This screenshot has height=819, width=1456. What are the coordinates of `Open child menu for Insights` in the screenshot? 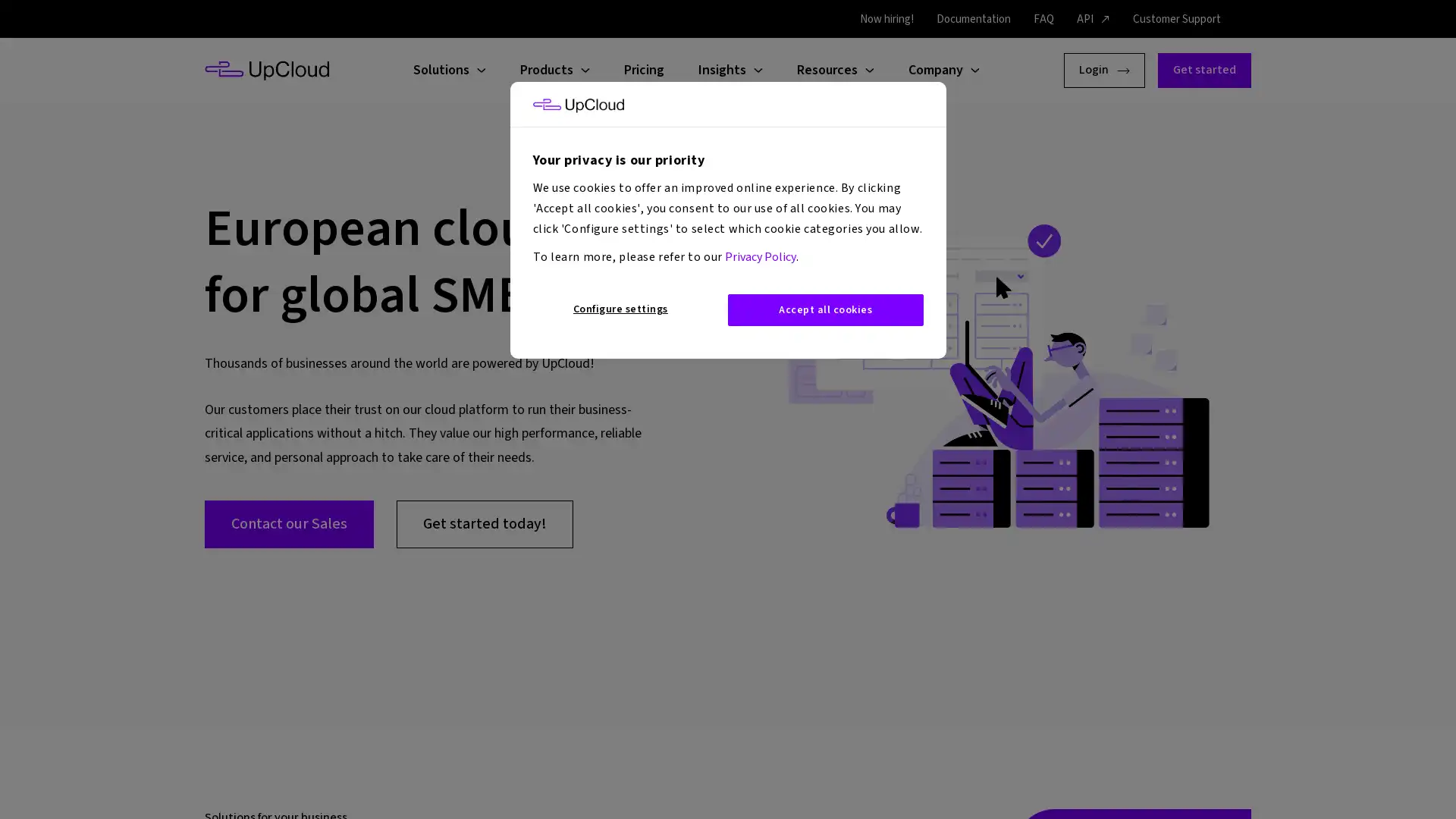 It's located at (758, 70).